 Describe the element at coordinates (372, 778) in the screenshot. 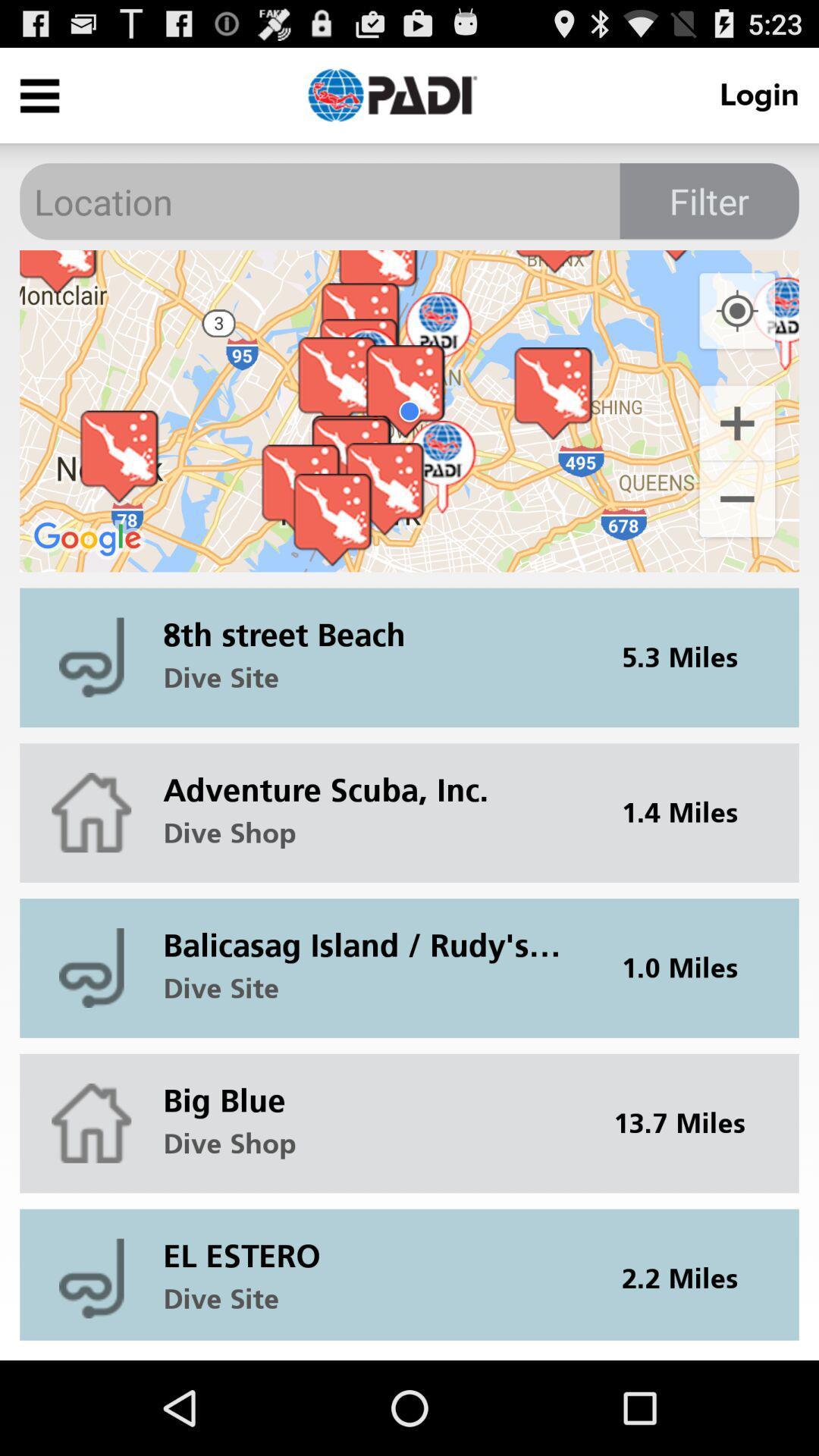

I see `icon above the dive shop` at that location.